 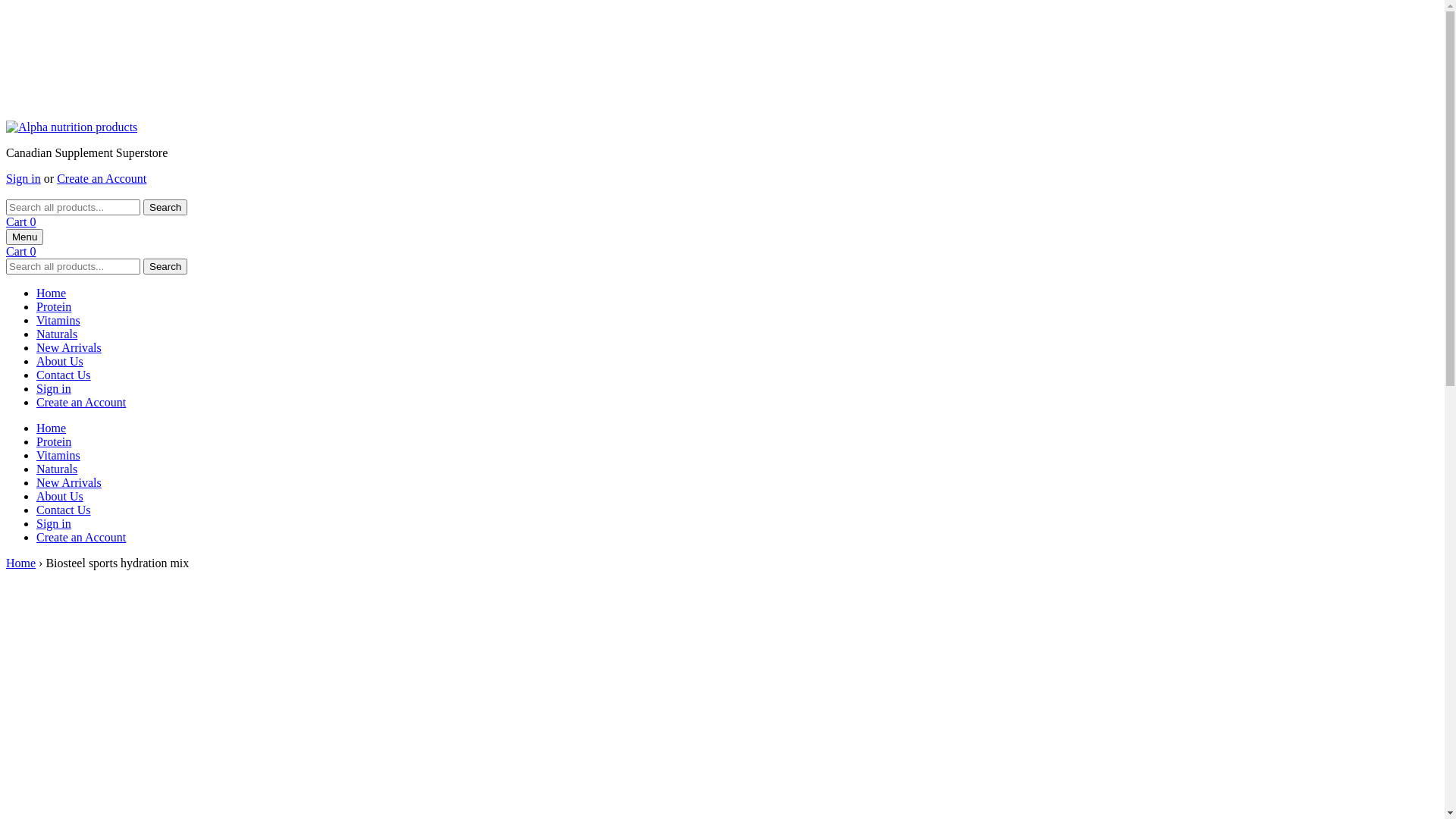 I want to click on 'Home', so click(x=51, y=428).